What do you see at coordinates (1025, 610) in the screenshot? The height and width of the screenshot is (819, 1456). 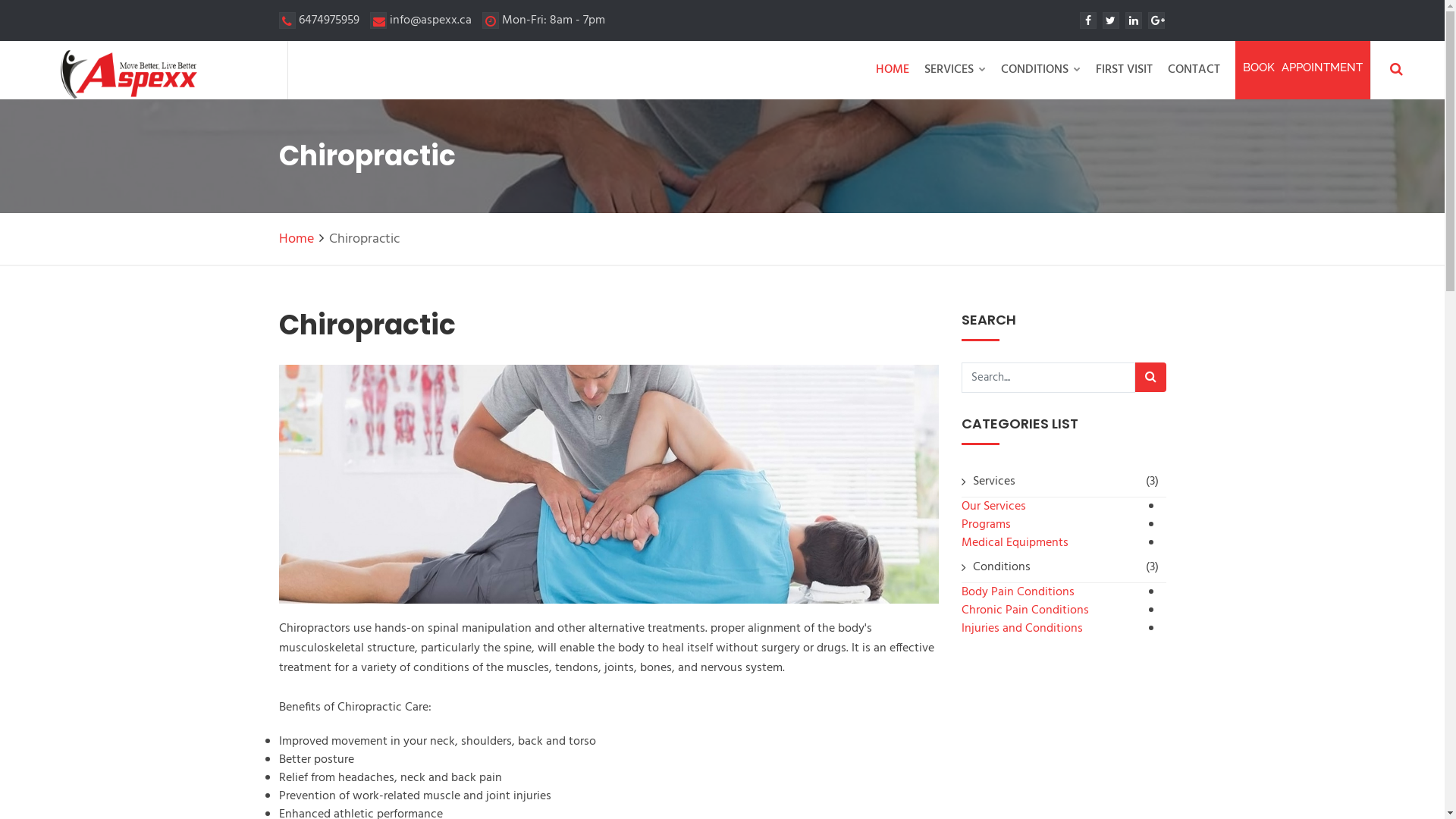 I see `'Chronic Pain Conditions'` at bounding box center [1025, 610].